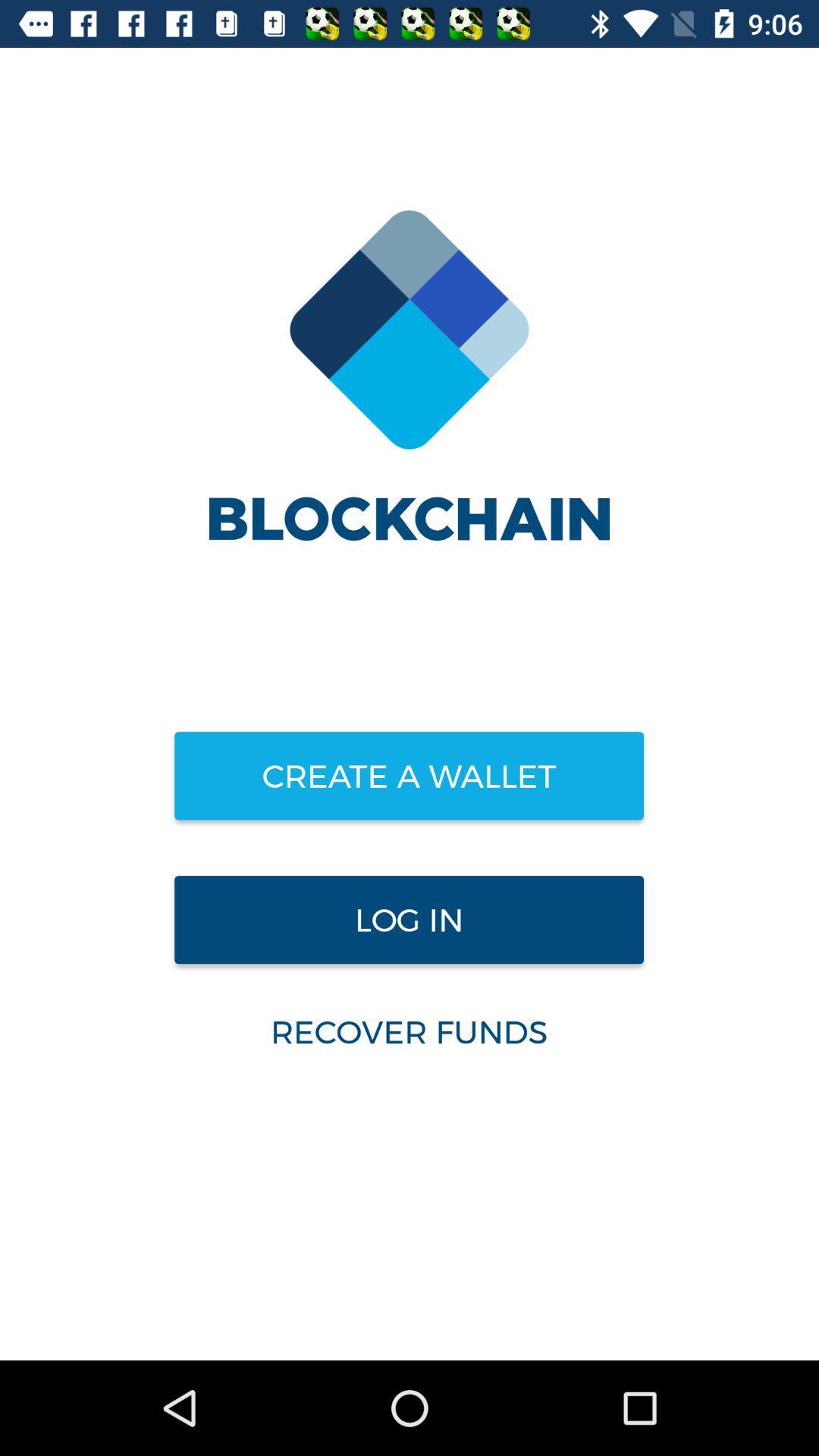 Image resolution: width=819 pixels, height=1456 pixels. What do you see at coordinates (408, 1031) in the screenshot?
I see `item below log in` at bounding box center [408, 1031].